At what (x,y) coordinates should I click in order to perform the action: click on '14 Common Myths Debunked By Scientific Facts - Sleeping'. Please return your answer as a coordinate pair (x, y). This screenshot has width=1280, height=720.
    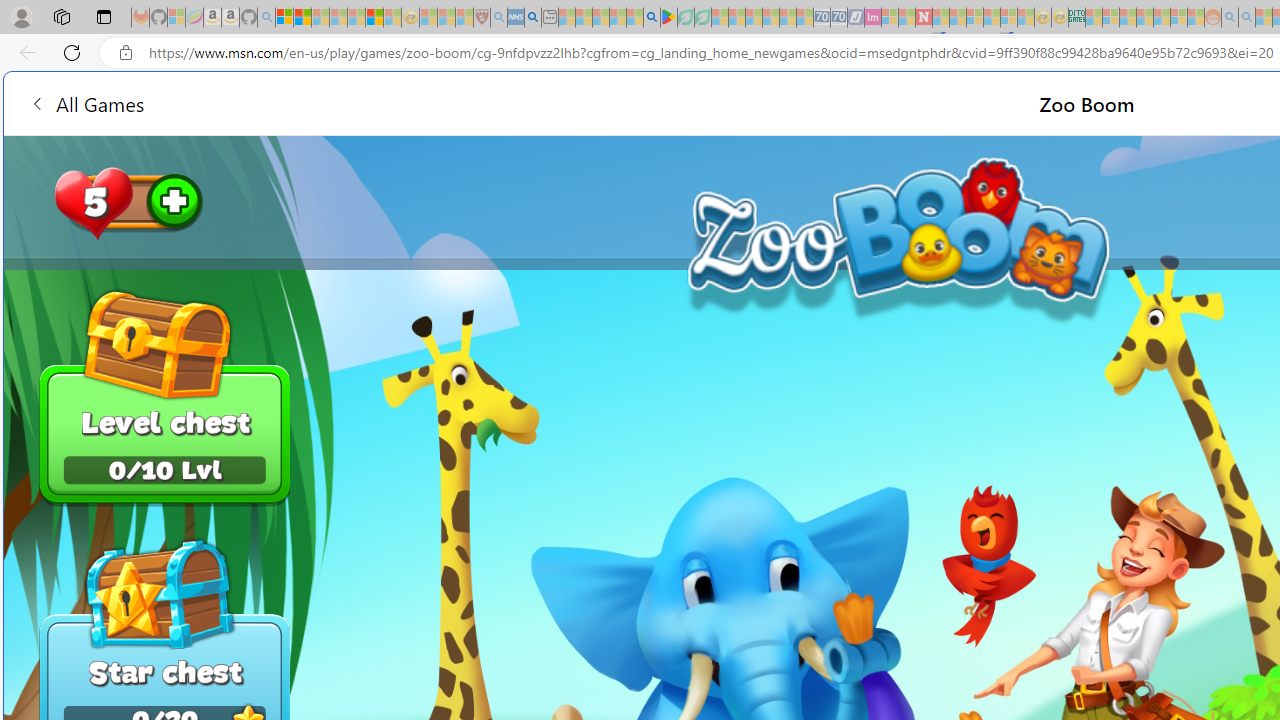
    Looking at the image, I should click on (957, 17).